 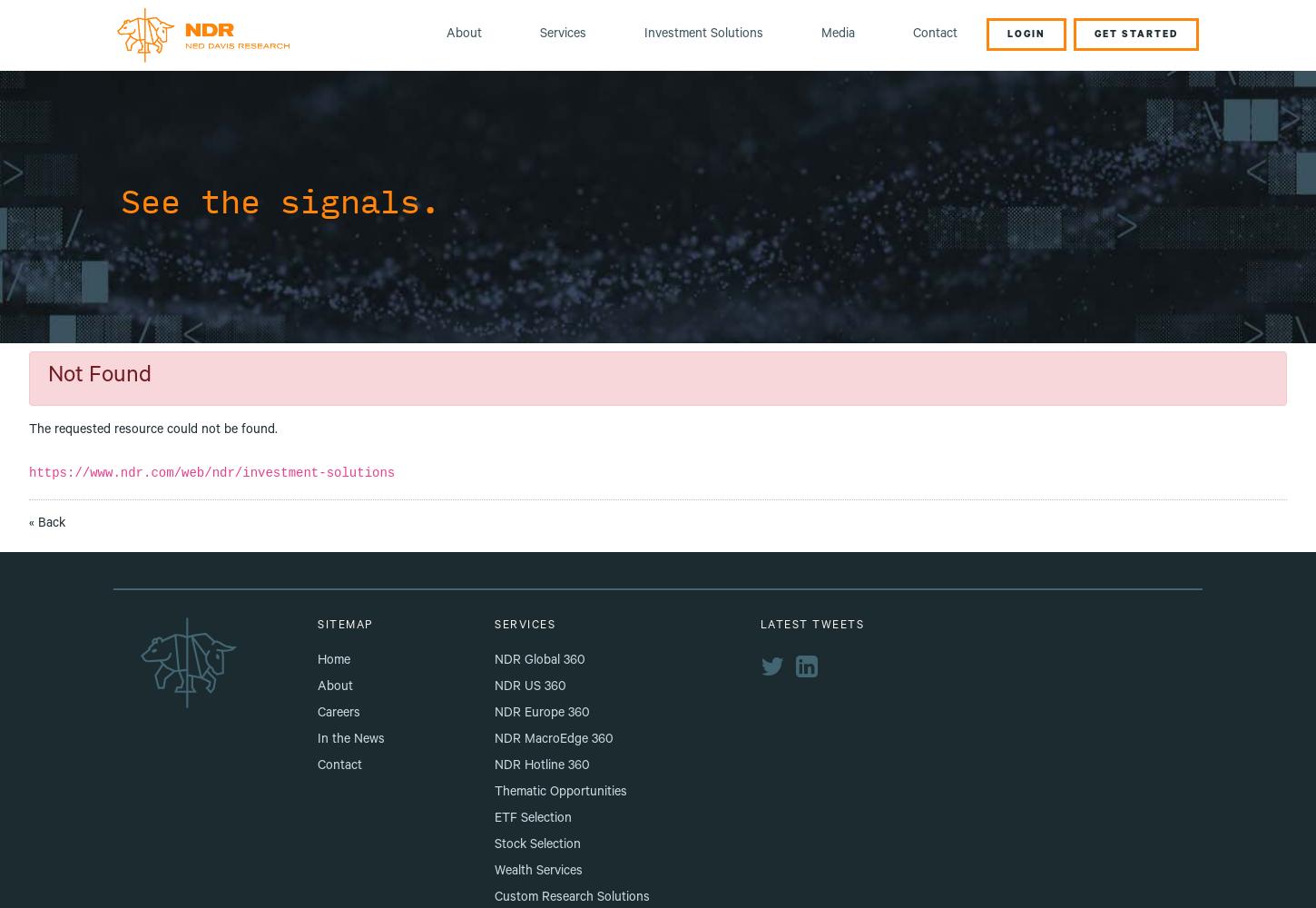 I want to click on 'Wealth Services', so click(x=538, y=871).